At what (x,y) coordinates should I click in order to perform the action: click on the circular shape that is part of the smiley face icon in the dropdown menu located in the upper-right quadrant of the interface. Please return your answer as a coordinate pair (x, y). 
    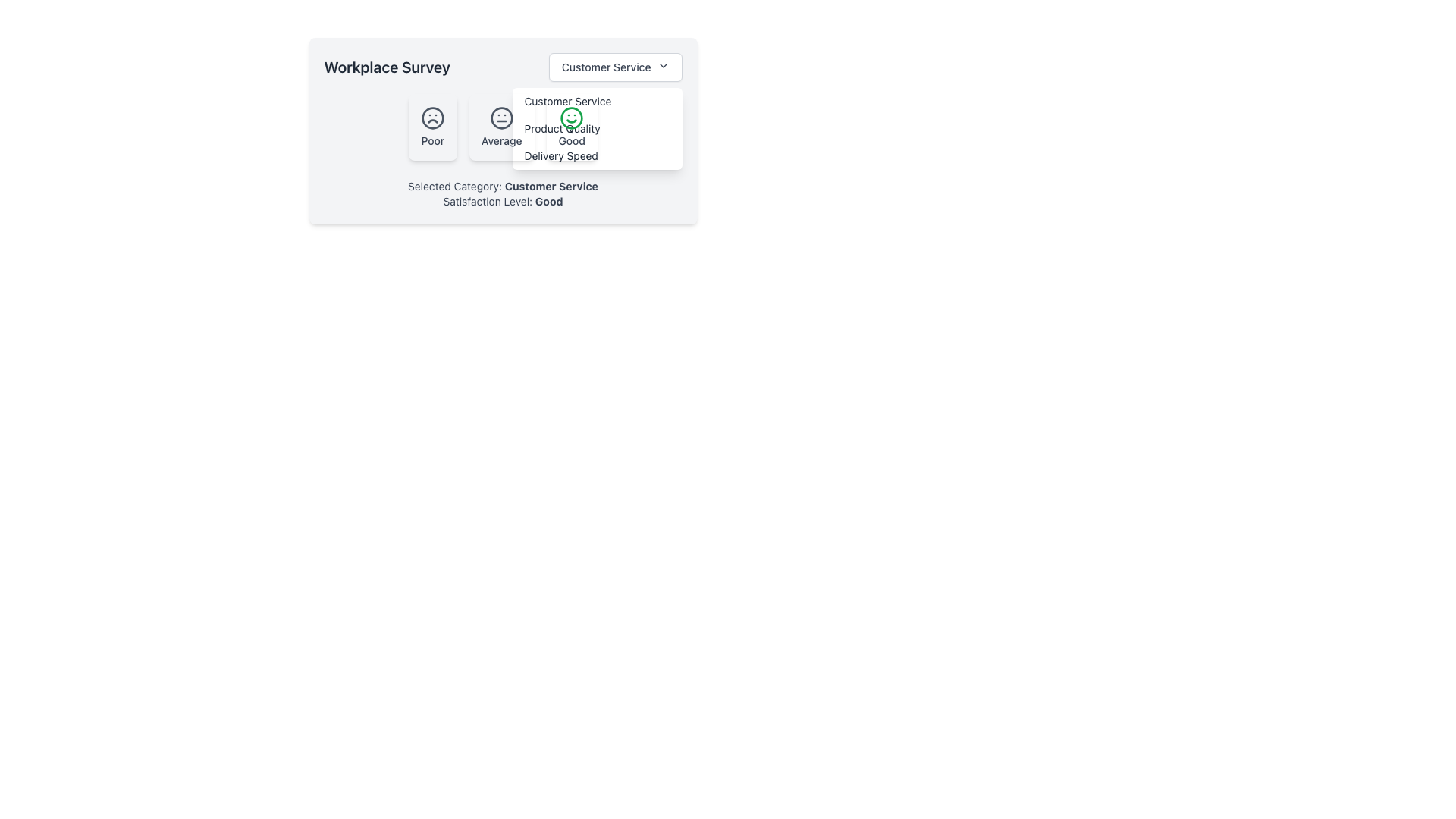
    Looking at the image, I should click on (571, 117).